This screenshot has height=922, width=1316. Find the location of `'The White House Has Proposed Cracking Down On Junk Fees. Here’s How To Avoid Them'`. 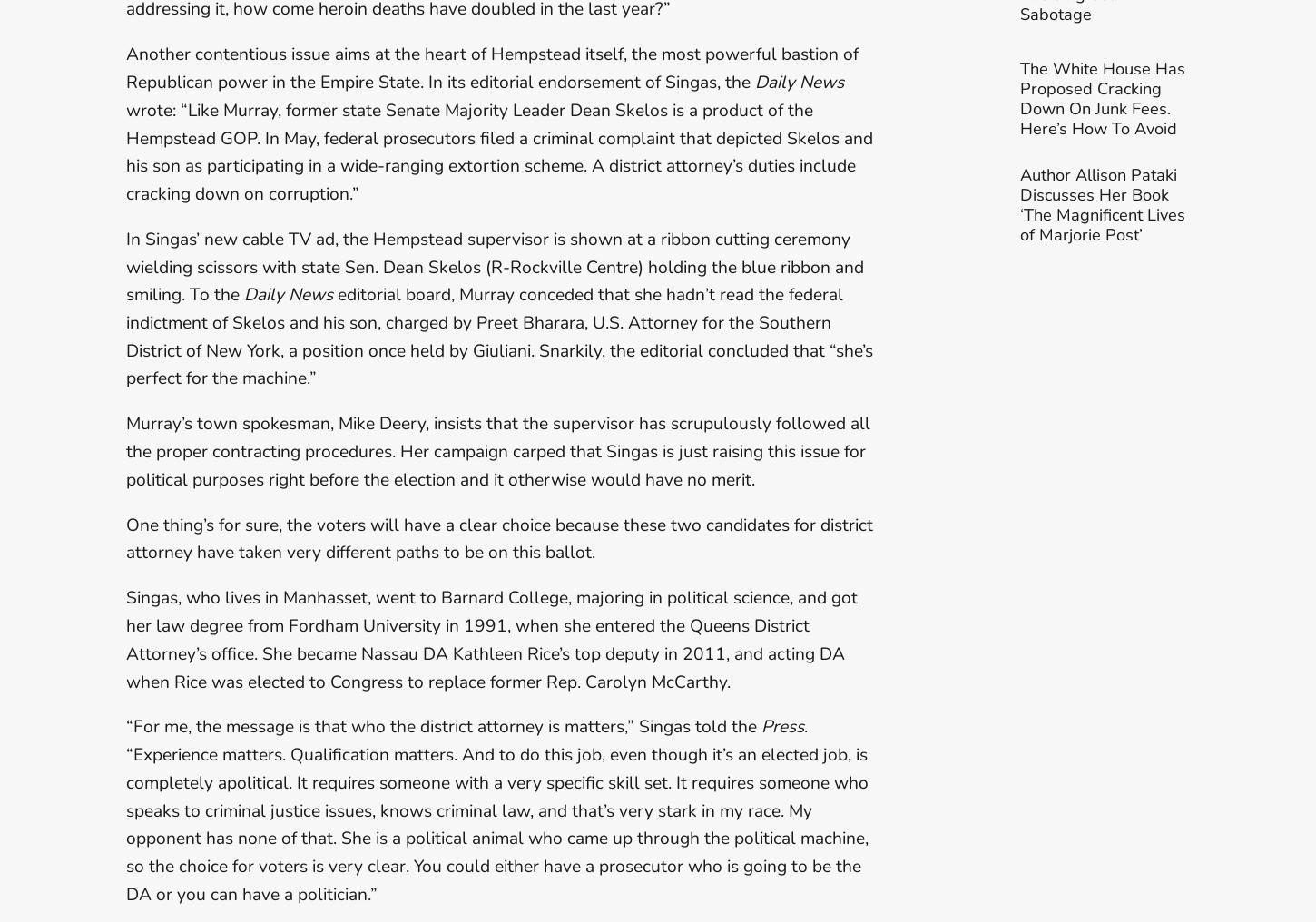

'The White House Has Proposed Cracking Down On Junk Fees. Here’s How To Avoid Them' is located at coordinates (1018, 148).